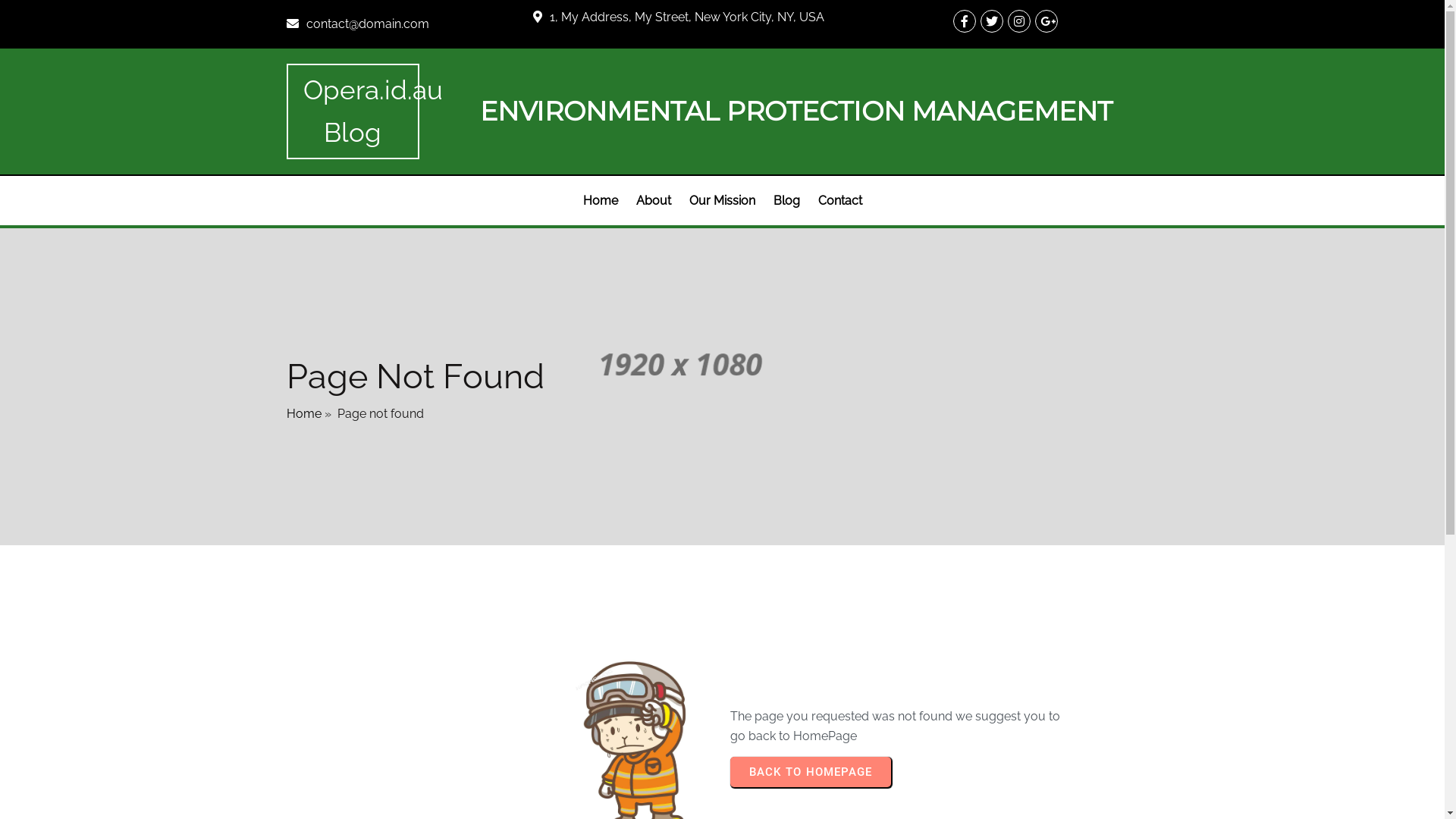 The image size is (1456, 819). I want to click on 'Contact', so click(839, 200).